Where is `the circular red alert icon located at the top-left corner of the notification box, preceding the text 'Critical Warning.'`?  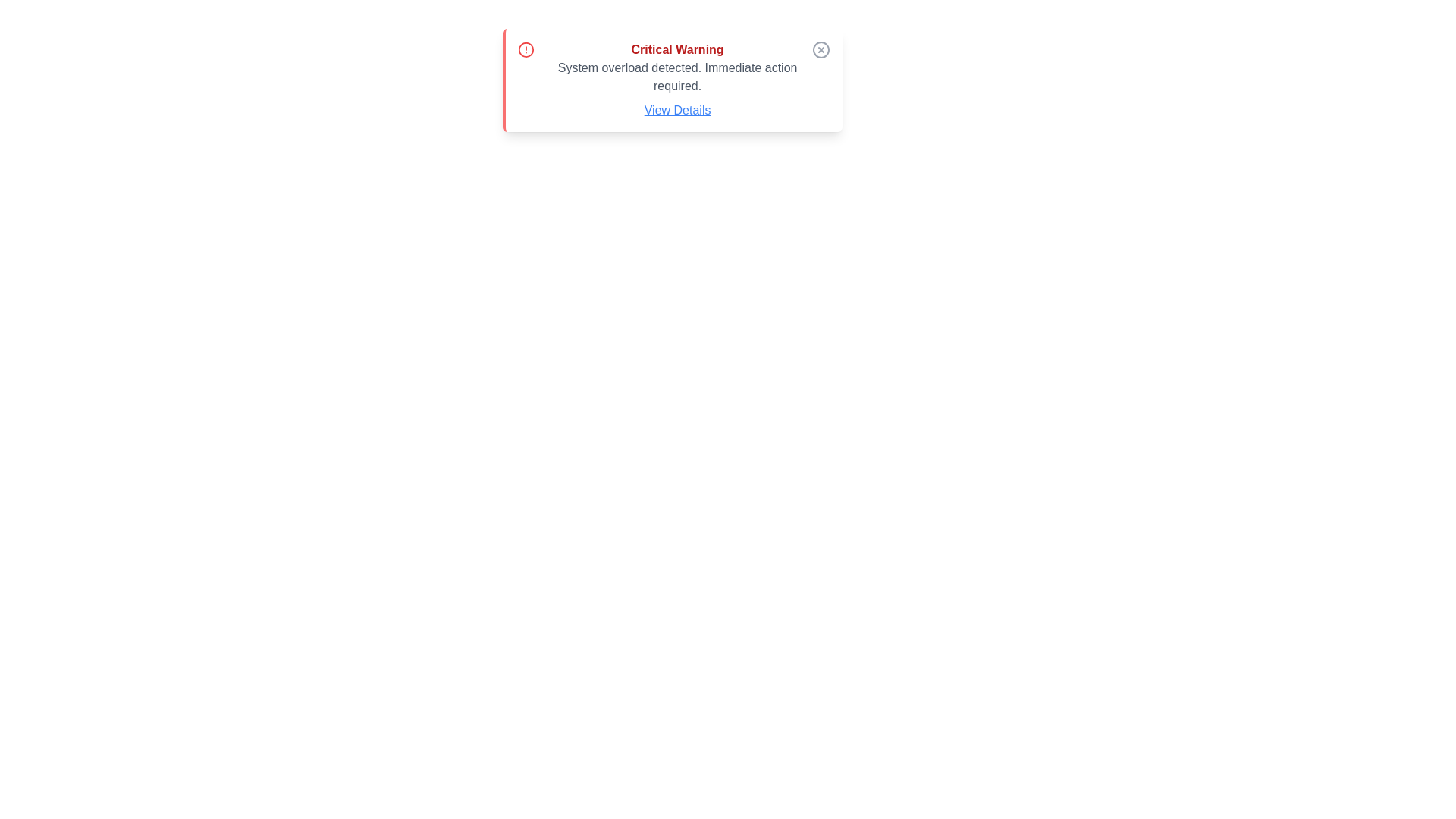
the circular red alert icon located at the top-left corner of the notification box, preceding the text 'Critical Warning.' is located at coordinates (526, 49).